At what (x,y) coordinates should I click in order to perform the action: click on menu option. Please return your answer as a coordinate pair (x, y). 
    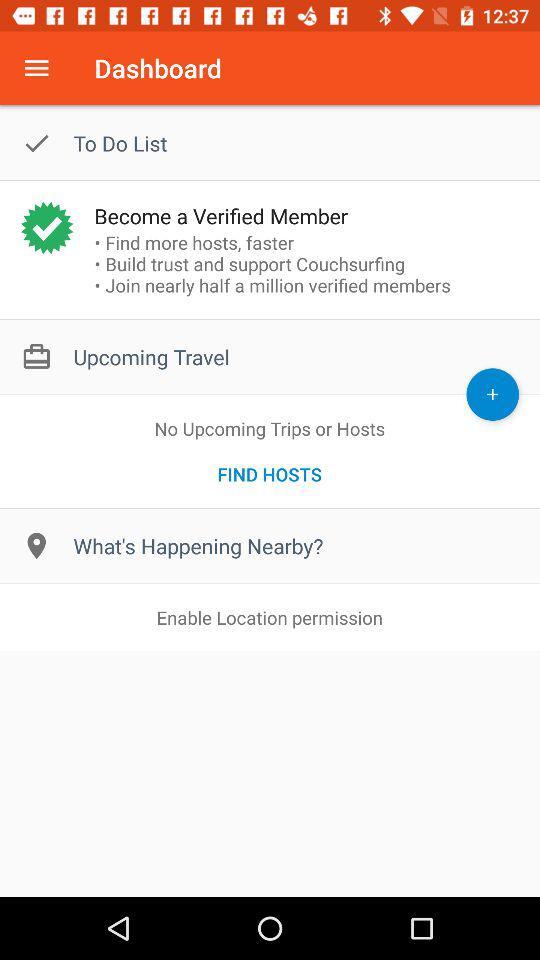
    Looking at the image, I should click on (36, 68).